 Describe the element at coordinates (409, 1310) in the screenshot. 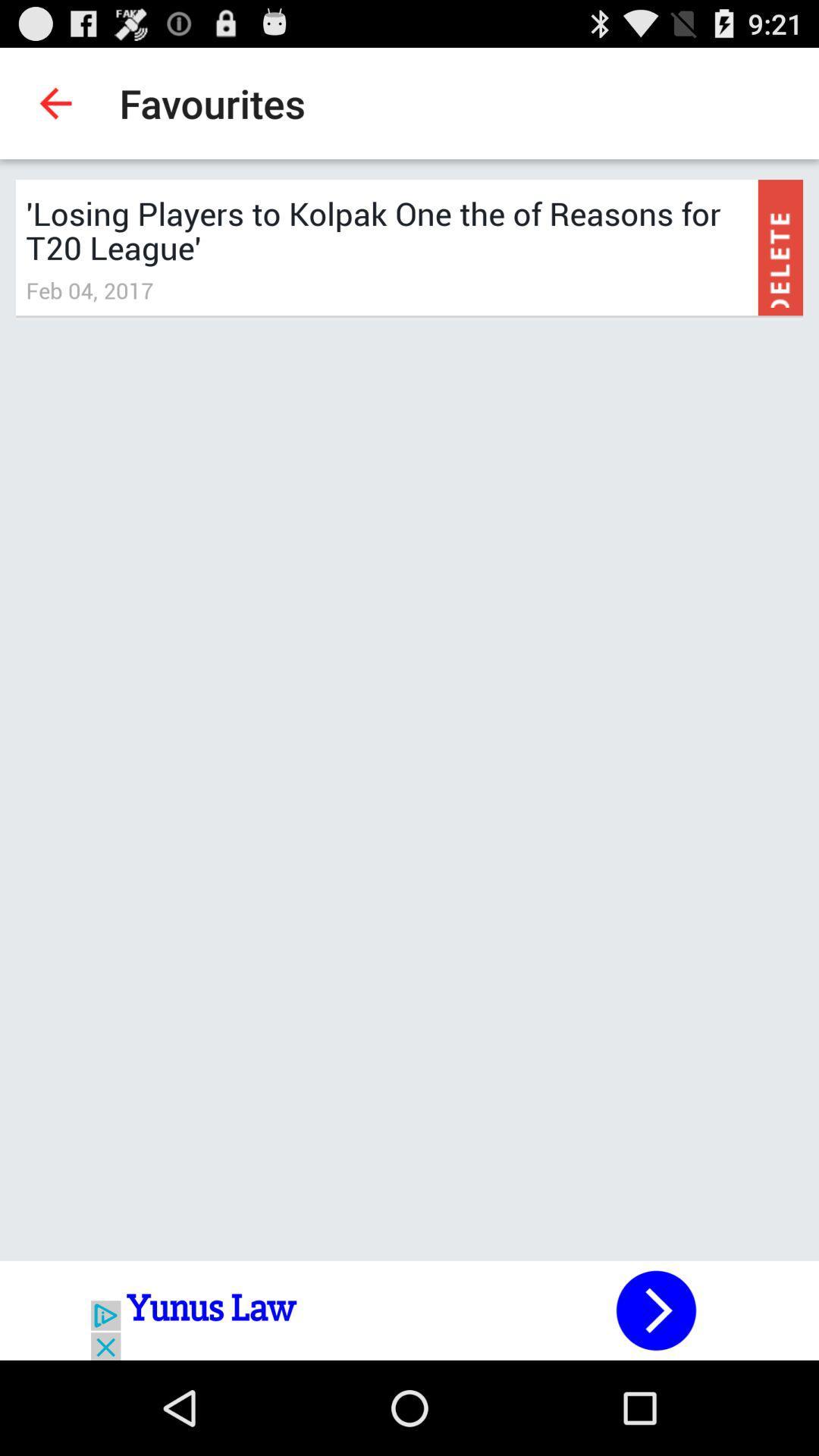

I see `go back` at that location.